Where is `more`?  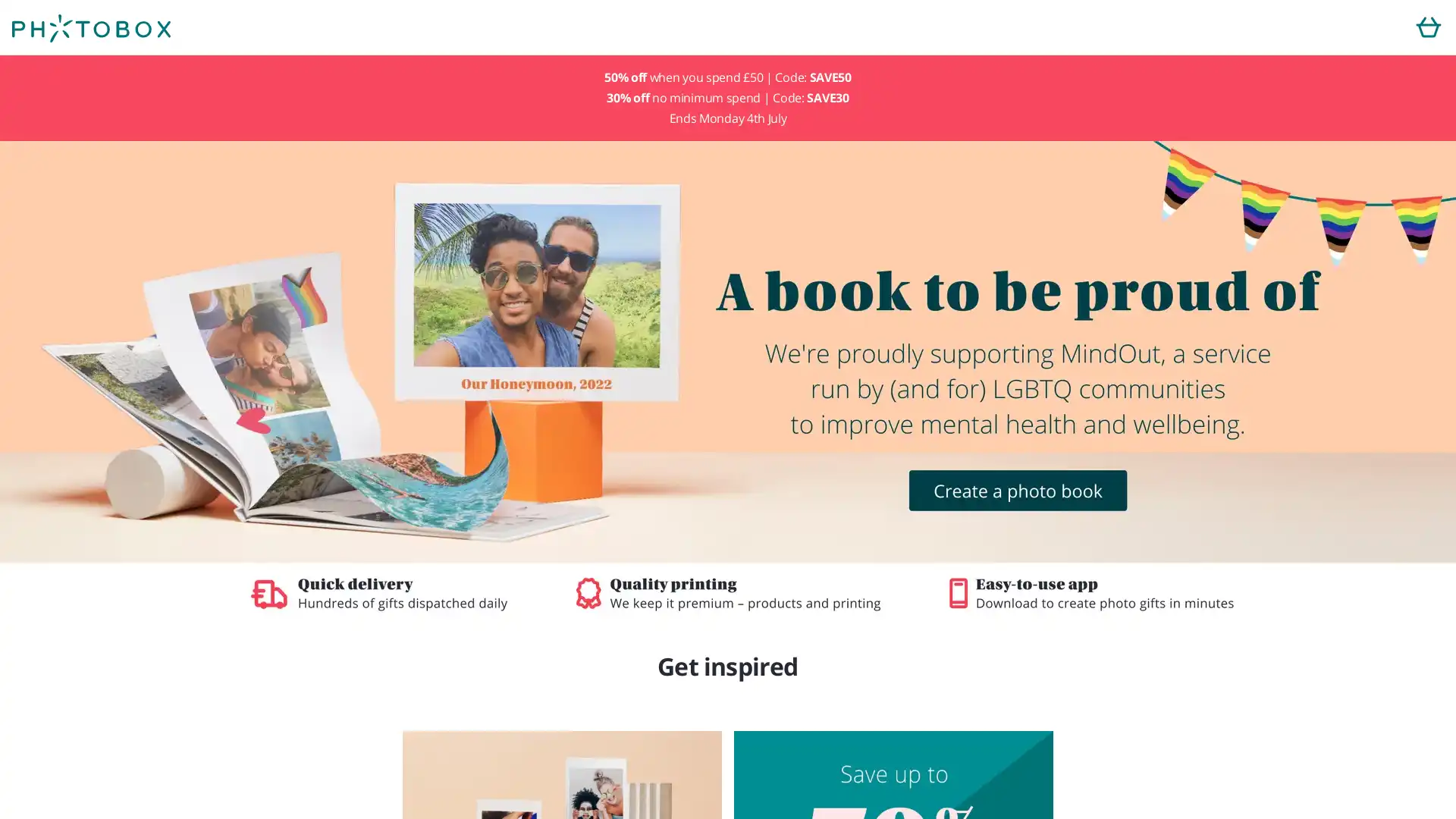
more is located at coordinates (650, 450).